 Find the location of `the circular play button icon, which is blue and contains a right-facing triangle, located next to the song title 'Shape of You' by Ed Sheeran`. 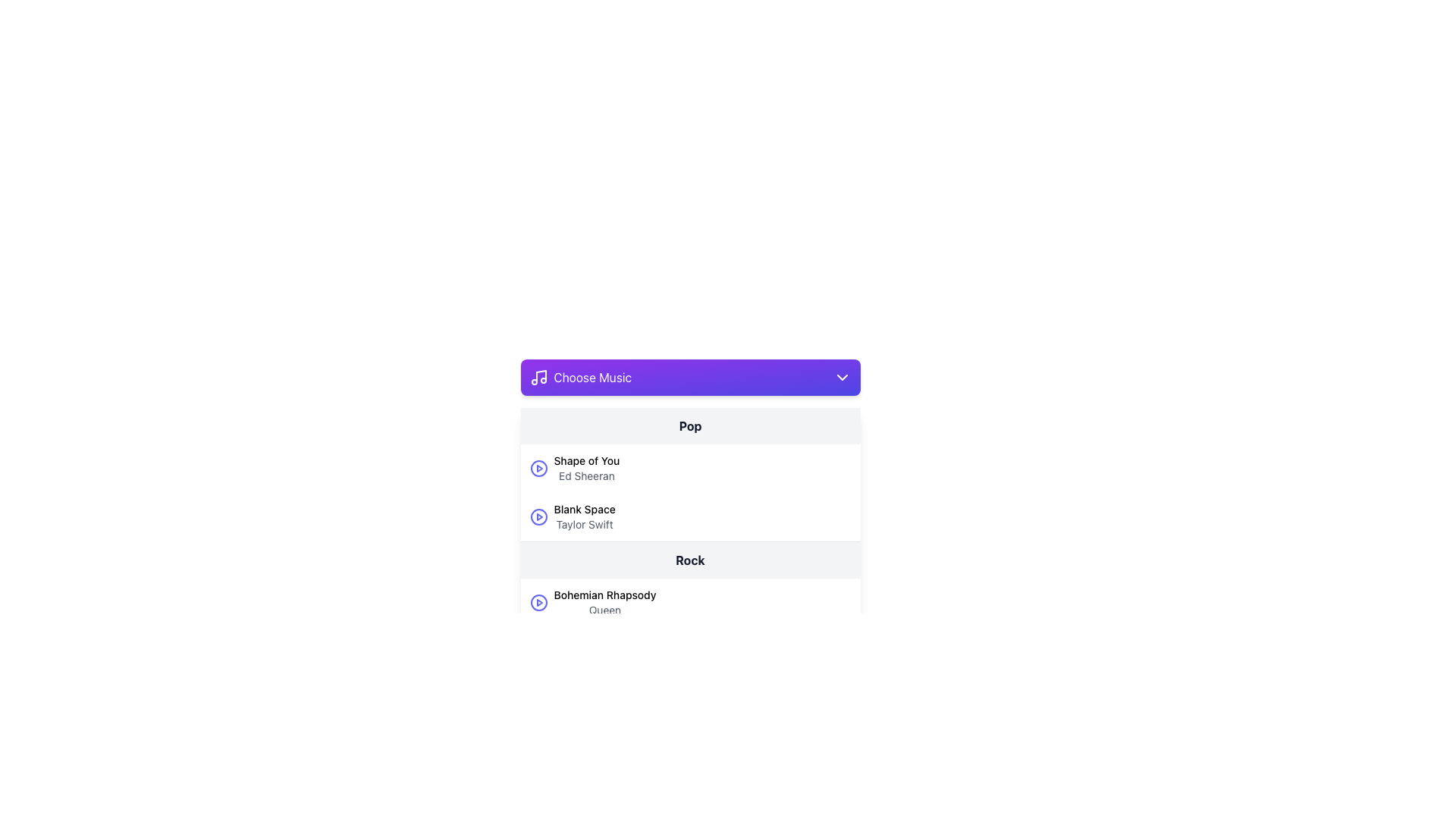

the circular play button icon, which is blue and contains a right-facing triangle, located next to the song title 'Shape of You' by Ed Sheeran is located at coordinates (538, 467).